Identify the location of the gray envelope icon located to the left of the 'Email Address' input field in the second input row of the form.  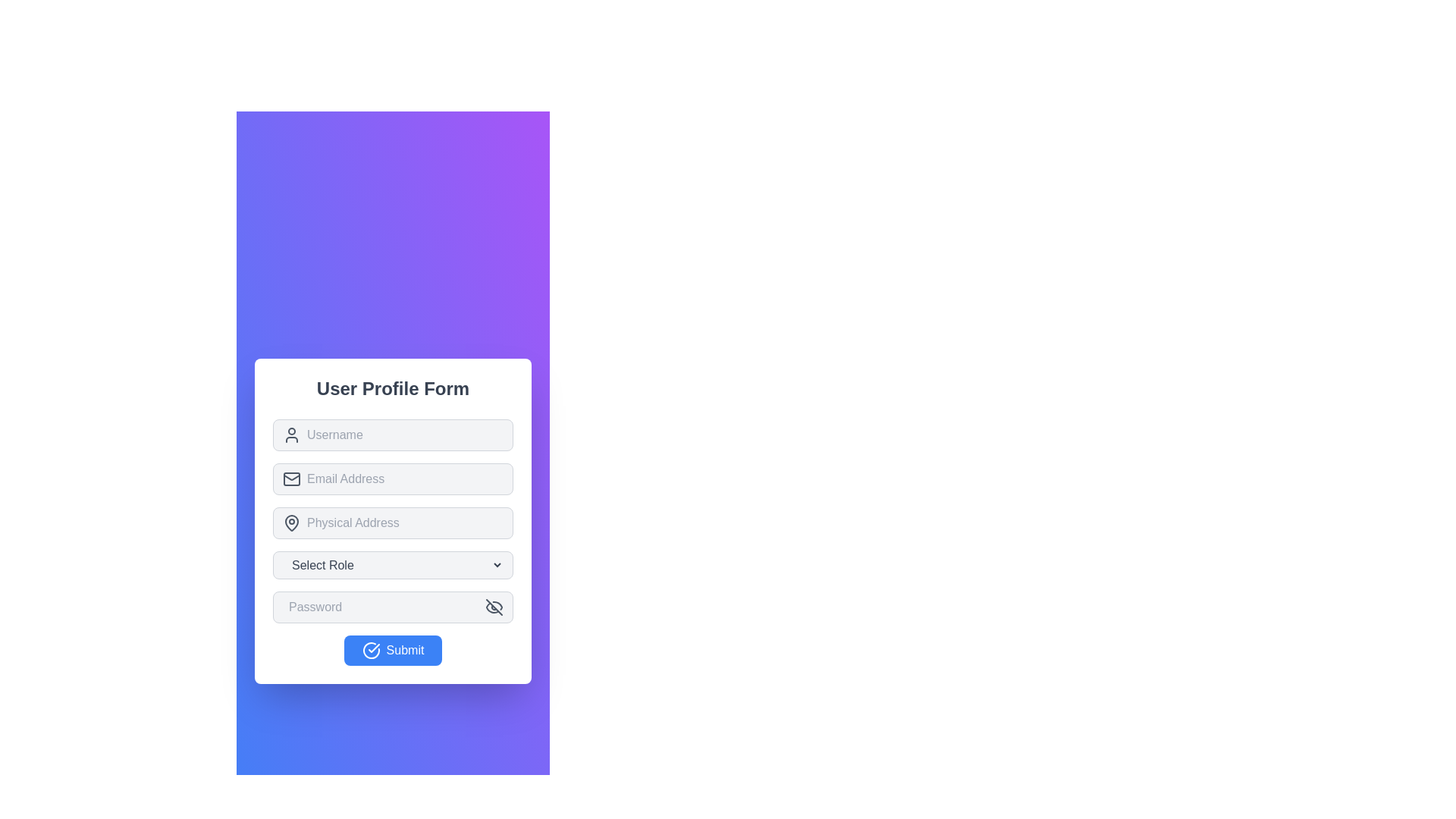
(291, 479).